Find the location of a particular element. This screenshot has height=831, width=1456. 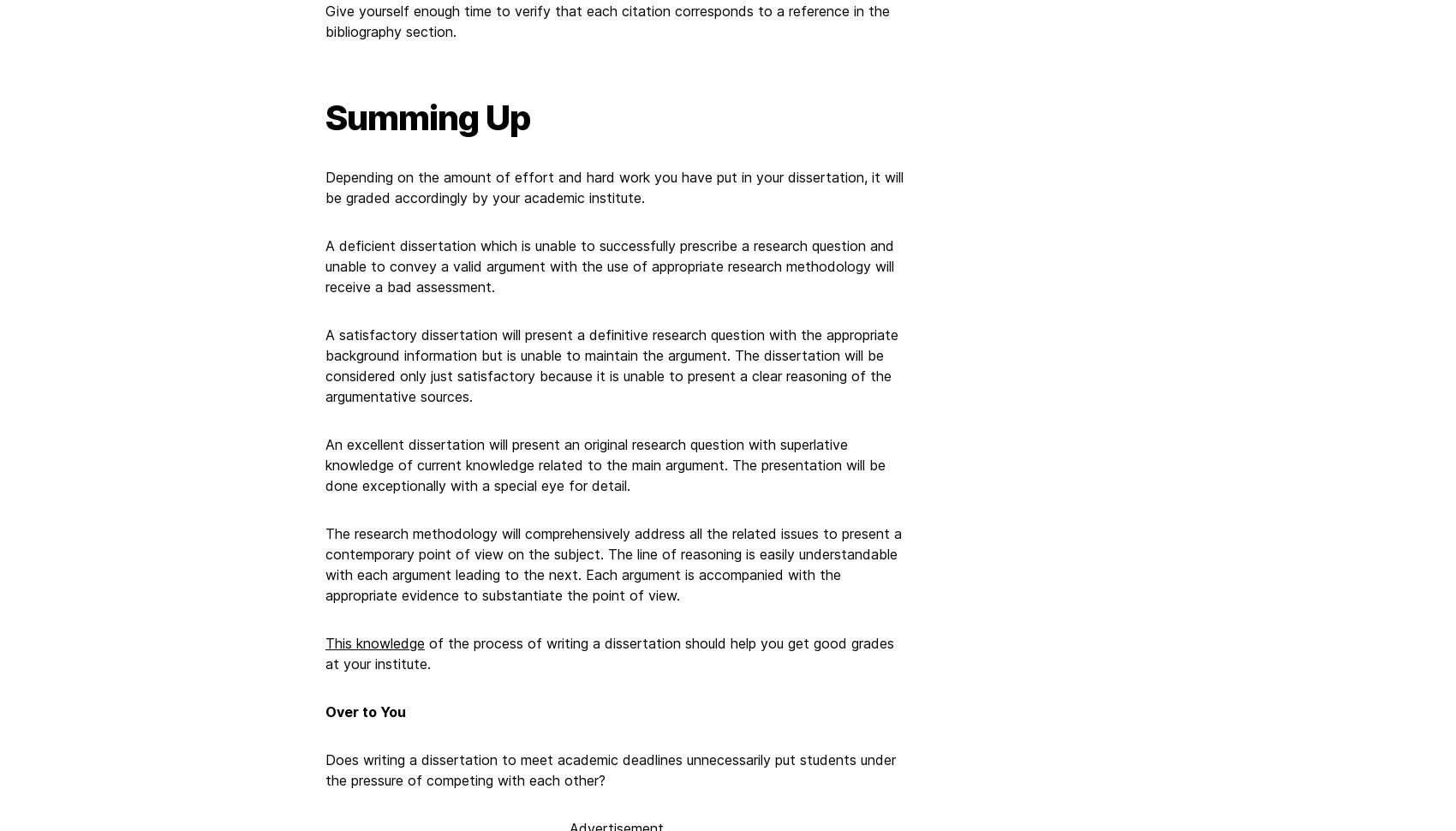

'Depending on the amount of effort and hard work you have put in your dissertation, it will be graded accordingly by your academic institute.' is located at coordinates (614, 186).